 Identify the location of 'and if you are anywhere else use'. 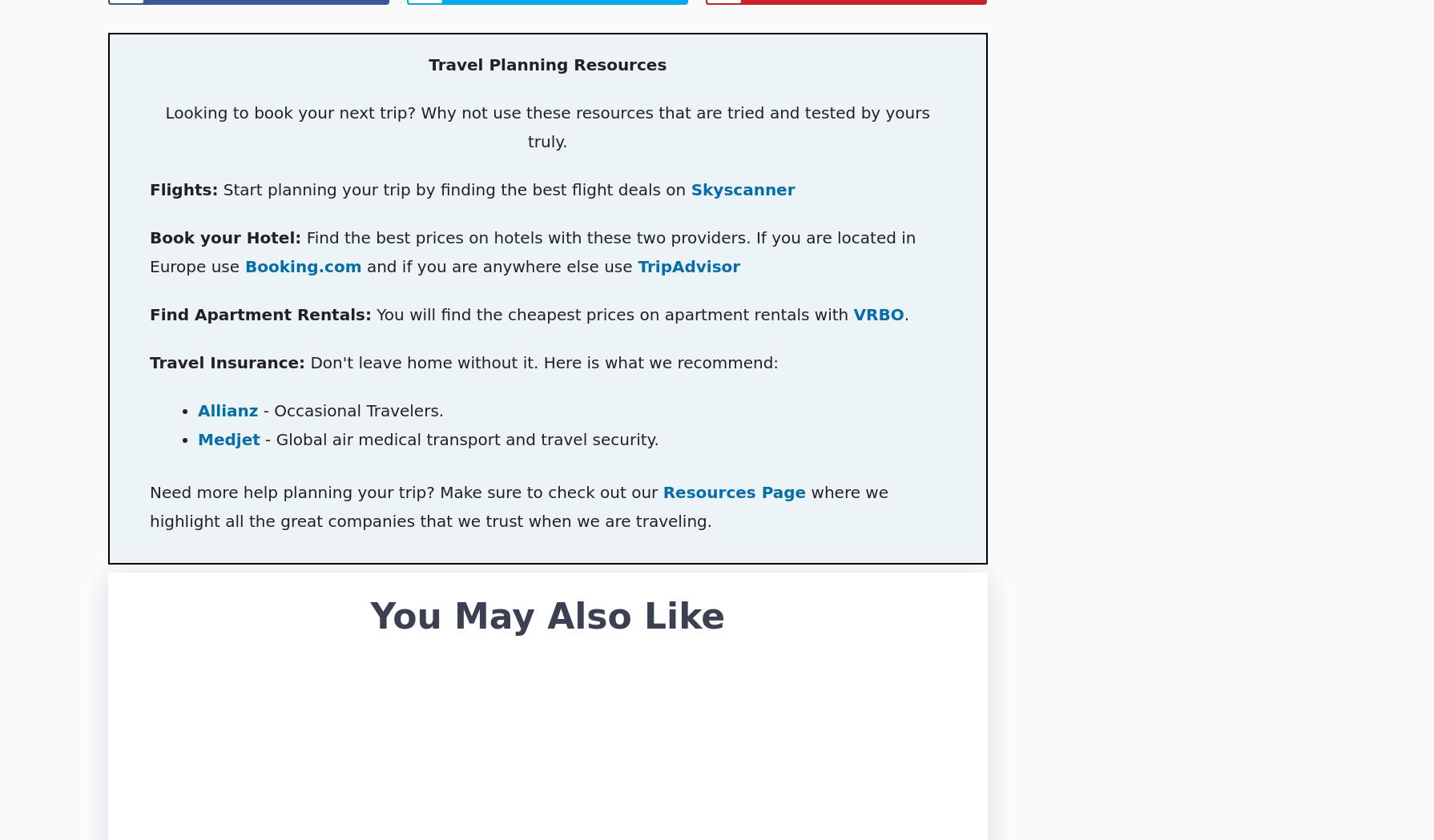
(496, 265).